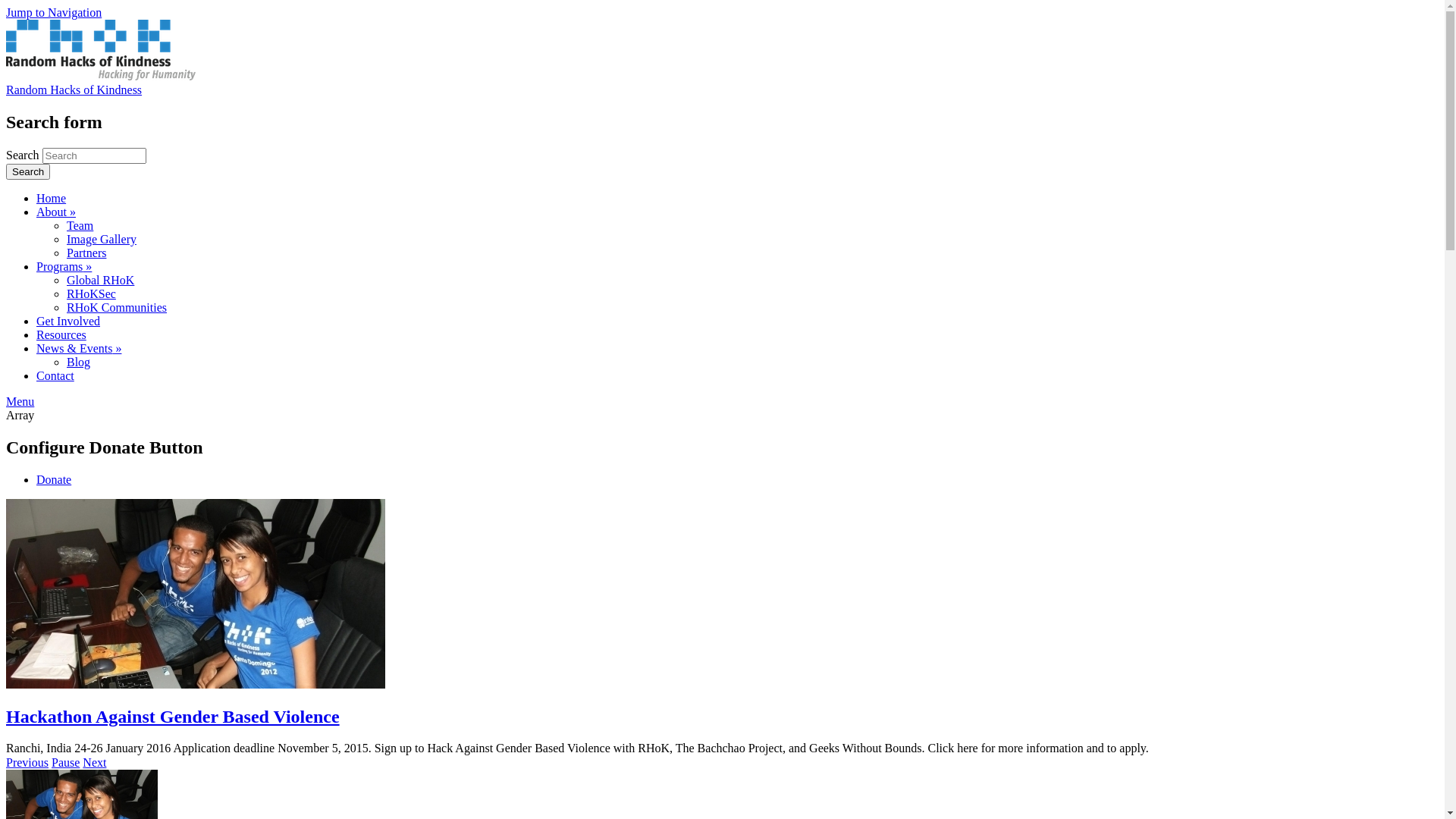  I want to click on 'Enter the terms you wish to search for.', so click(93, 155).